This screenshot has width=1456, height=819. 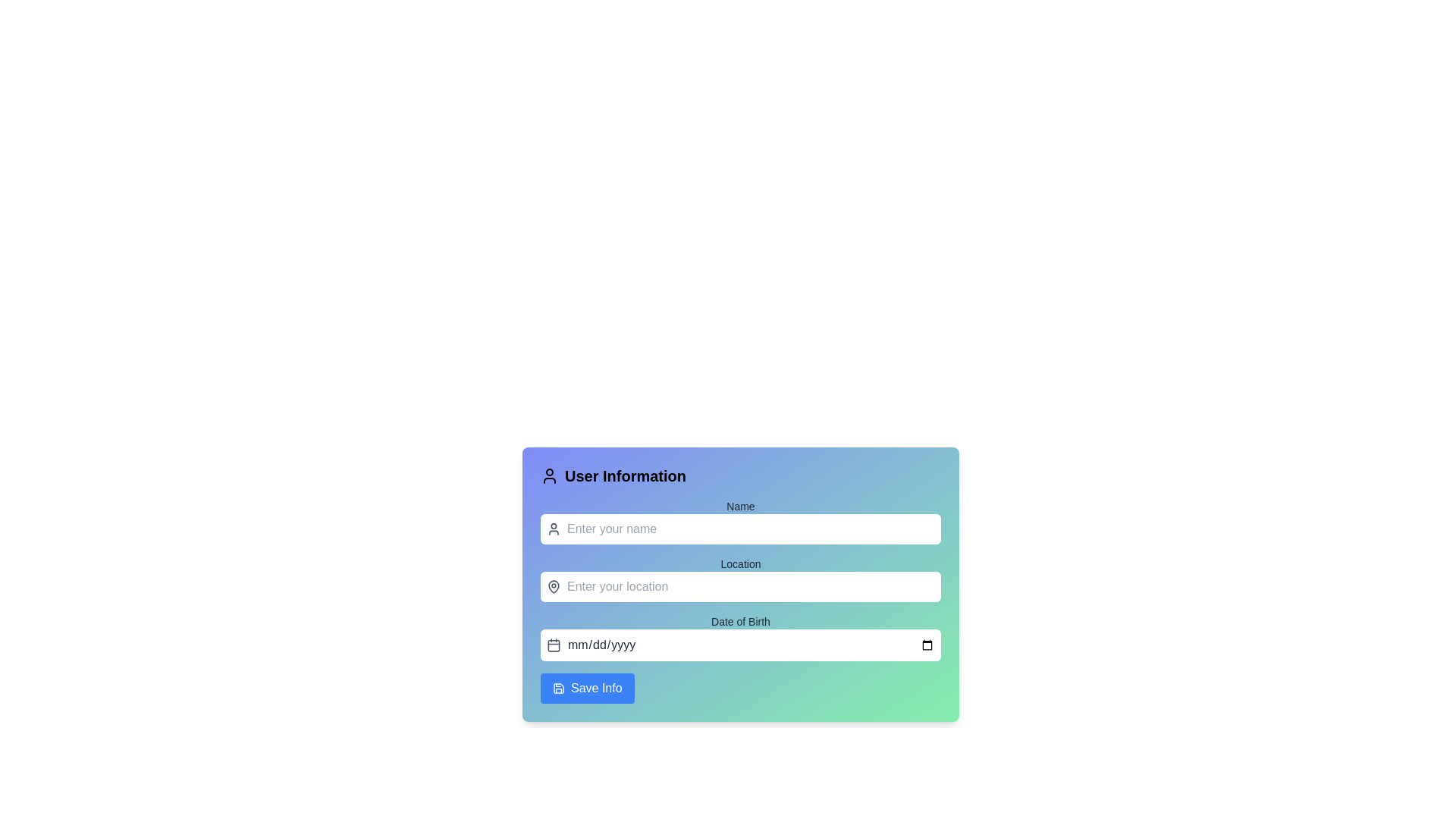 What do you see at coordinates (586, 688) in the screenshot?
I see `the submit button located at the bottom of the form layout` at bounding box center [586, 688].